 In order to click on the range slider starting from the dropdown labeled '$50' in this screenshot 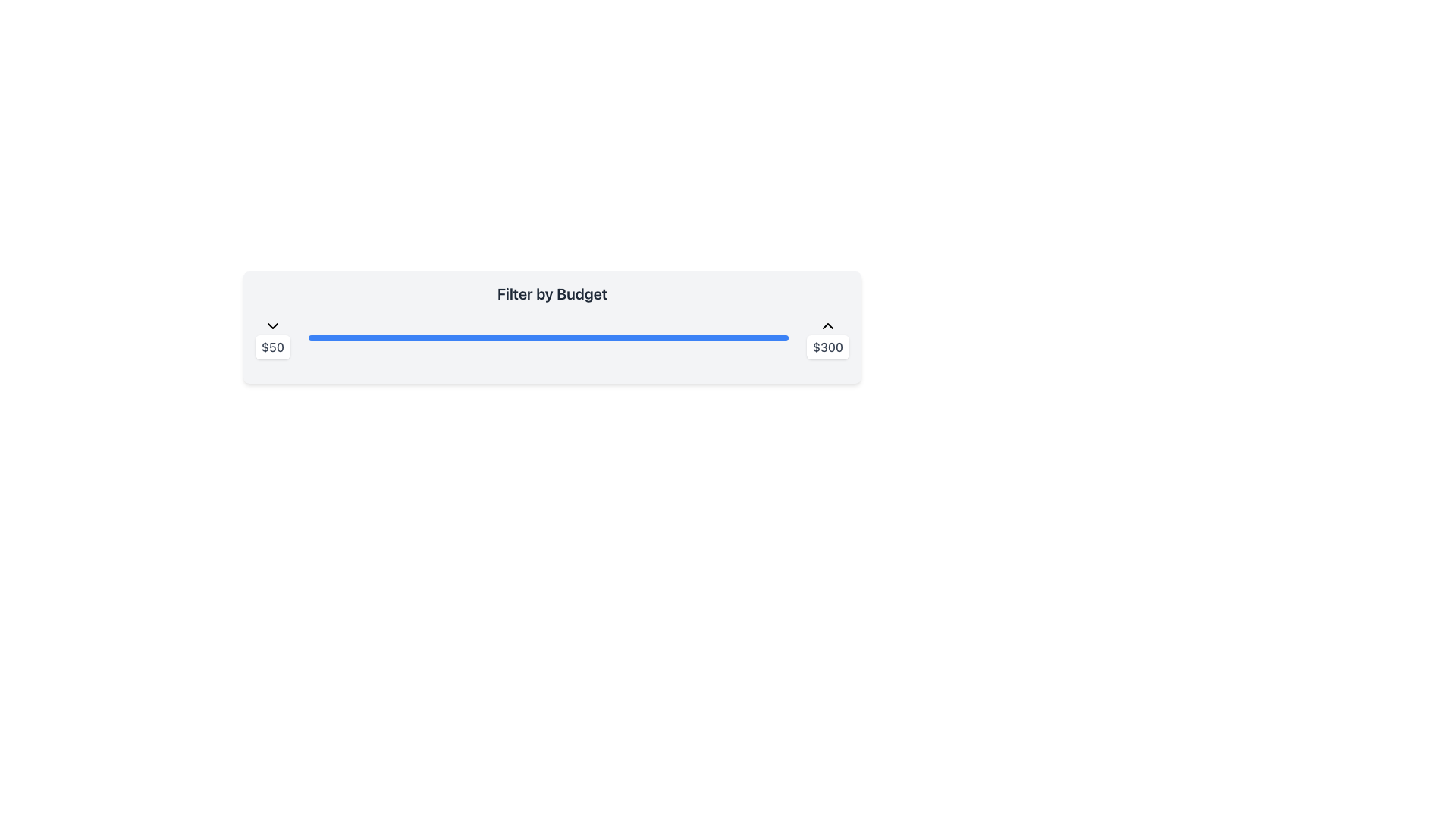, I will do `click(273, 337)`.